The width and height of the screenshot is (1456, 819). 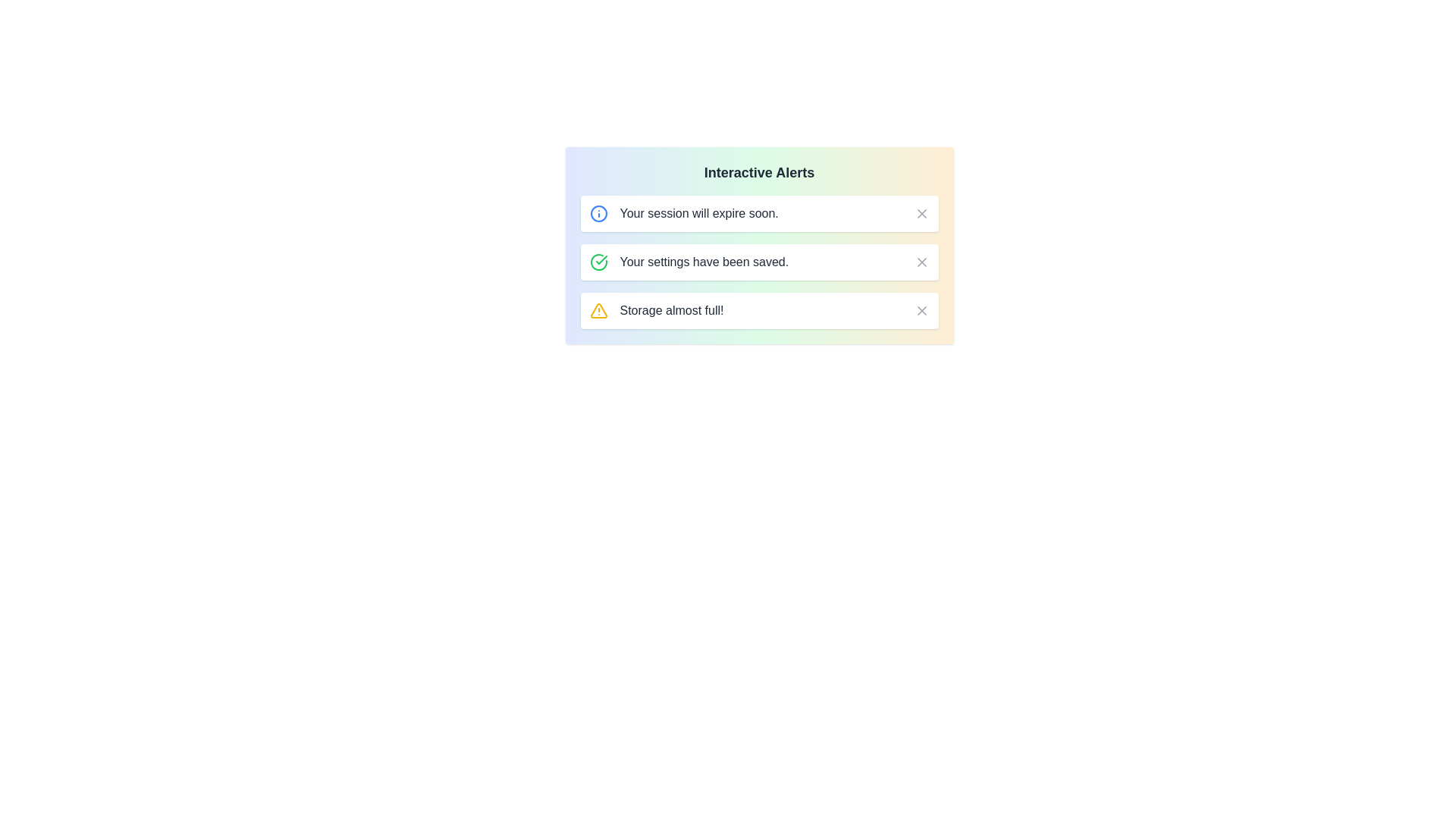 What do you see at coordinates (598, 213) in the screenshot?
I see `the circular shape that serves as part of the background of the SVG alert icon located at the left side of the first row in the 'Interactive Alerts' panel` at bounding box center [598, 213].